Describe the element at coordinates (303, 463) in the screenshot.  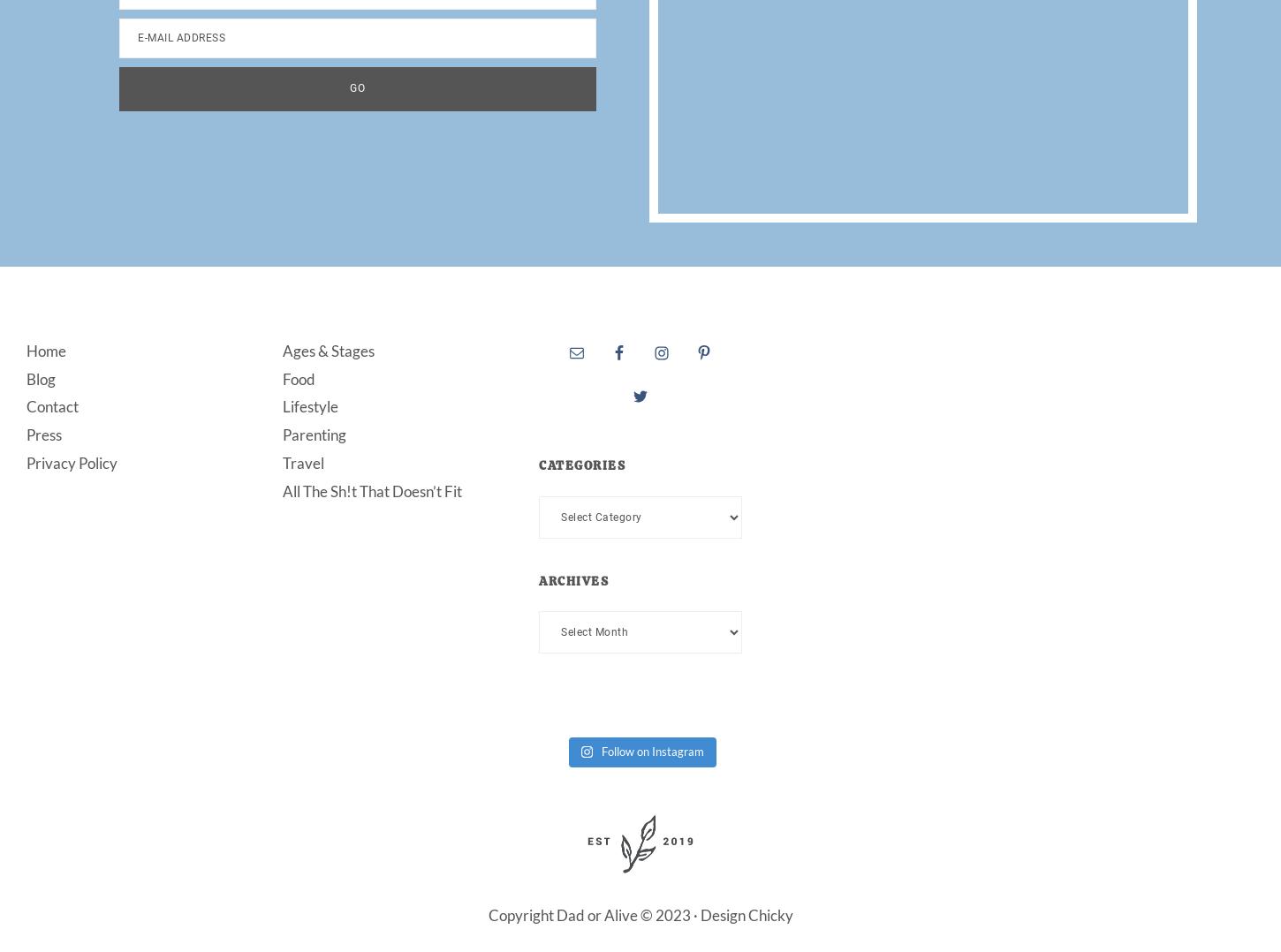
I see `'Travel'` at that location.